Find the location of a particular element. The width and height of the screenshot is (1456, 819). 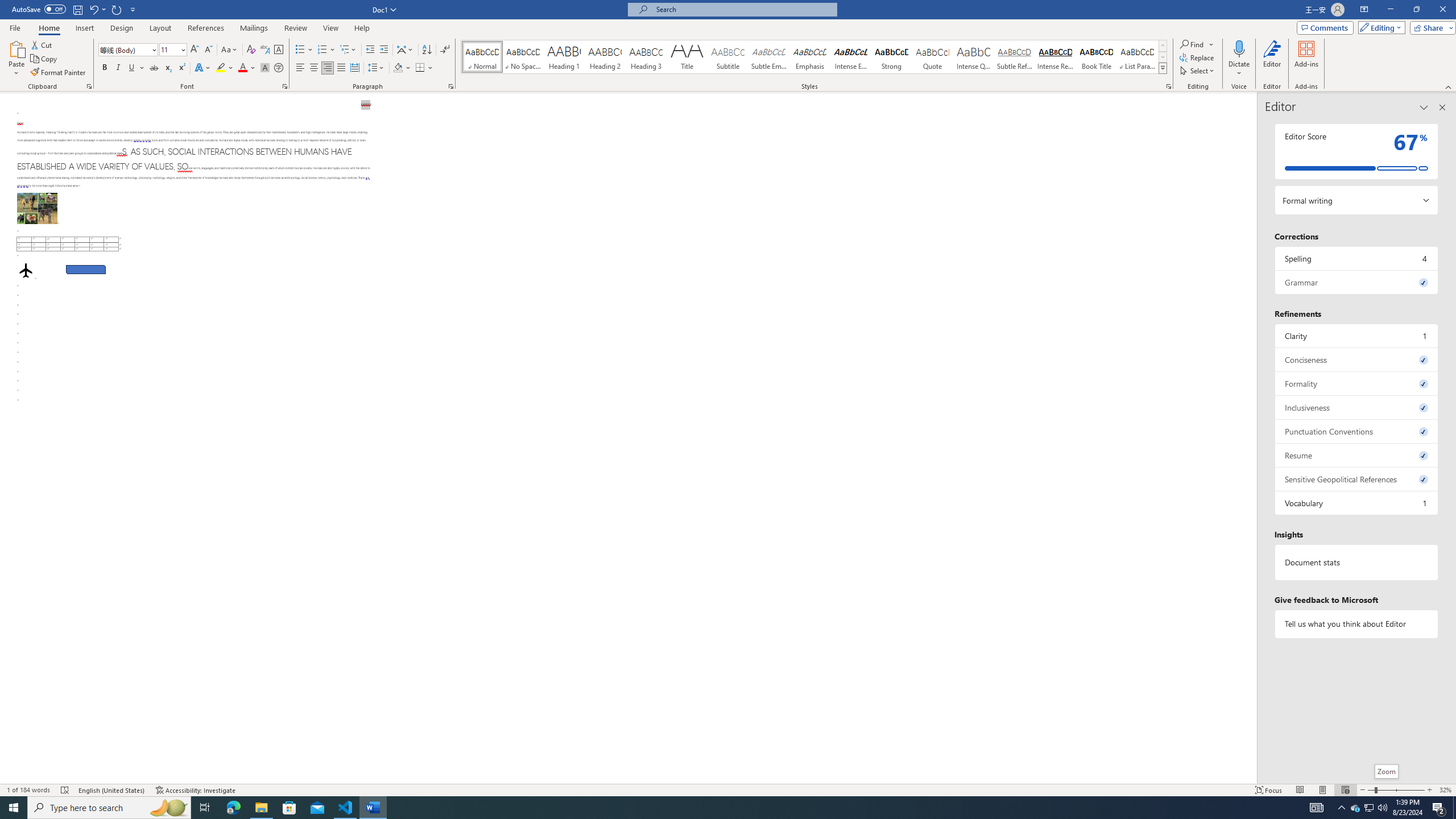

'Intense Emphasis' is located at coordinates (850, 56).